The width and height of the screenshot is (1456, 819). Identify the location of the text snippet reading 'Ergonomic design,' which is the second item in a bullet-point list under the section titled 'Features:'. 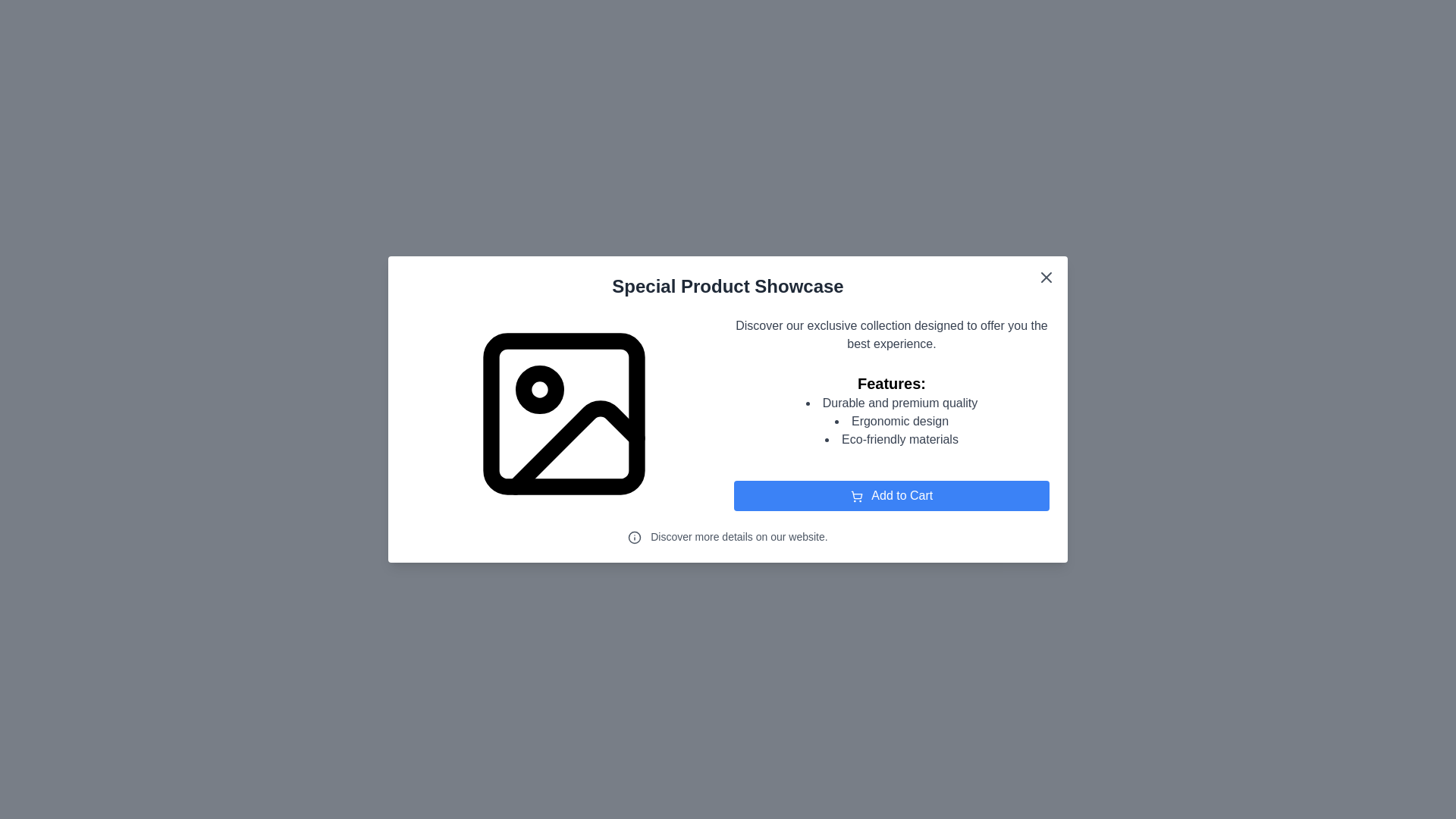
(892, 421).